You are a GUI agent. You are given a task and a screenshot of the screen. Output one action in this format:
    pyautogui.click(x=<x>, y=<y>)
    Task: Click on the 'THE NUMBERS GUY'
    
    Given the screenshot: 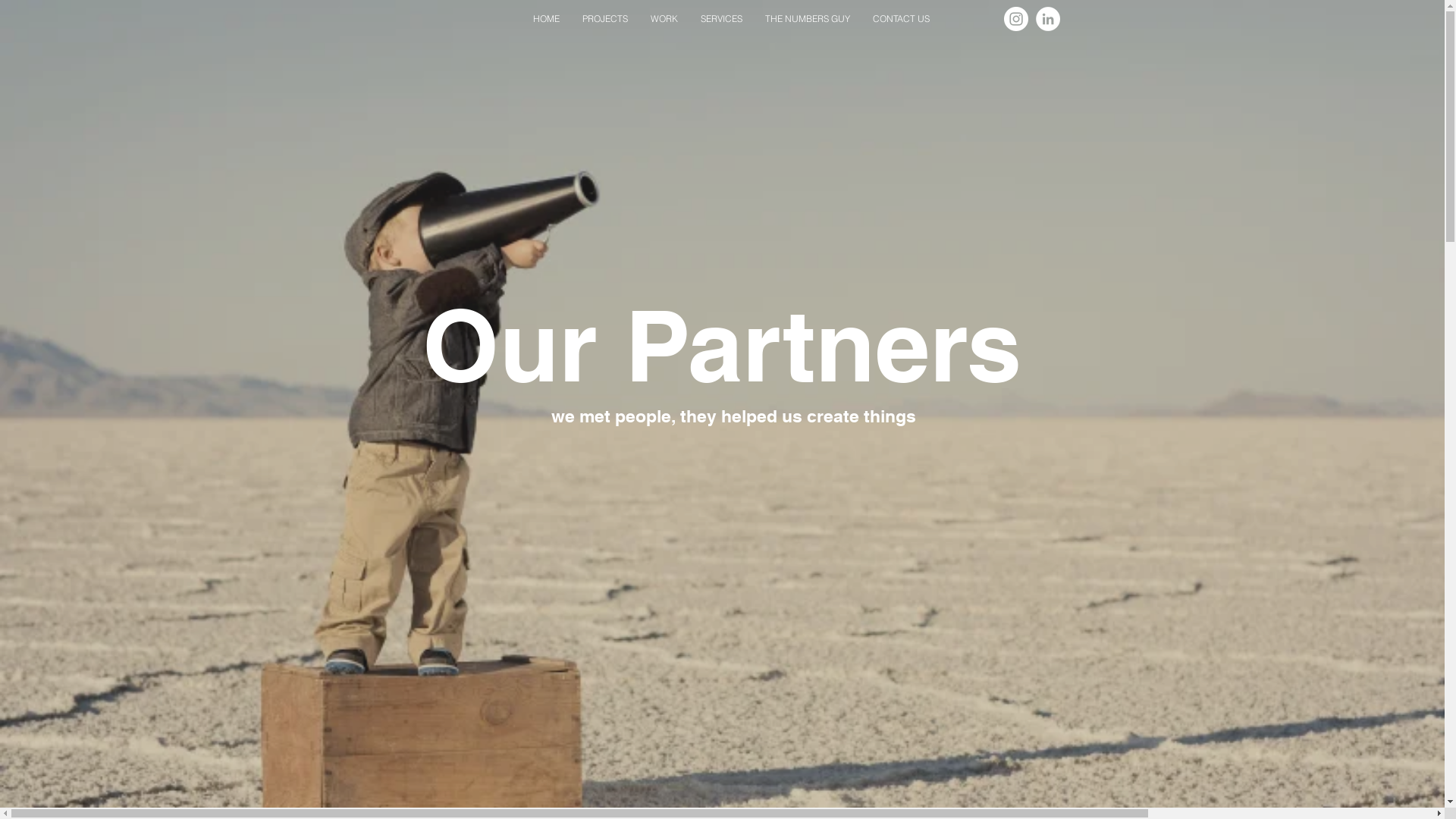 What is the action you would take?
    pyautogui.click(x=807, y=18)
    